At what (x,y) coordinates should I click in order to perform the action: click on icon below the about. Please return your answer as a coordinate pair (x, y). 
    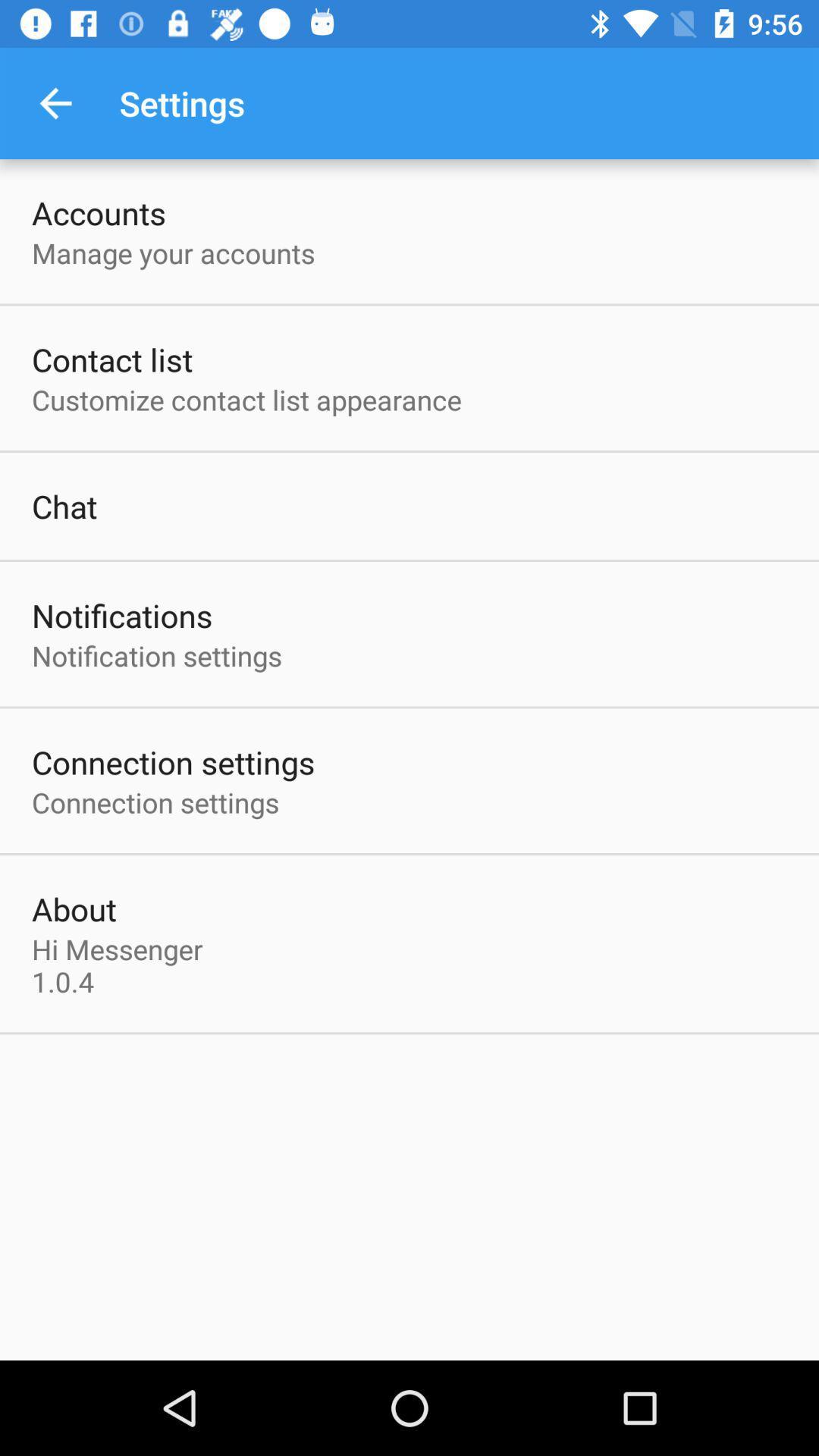
    Looking at the image, I should click on (121, 965).